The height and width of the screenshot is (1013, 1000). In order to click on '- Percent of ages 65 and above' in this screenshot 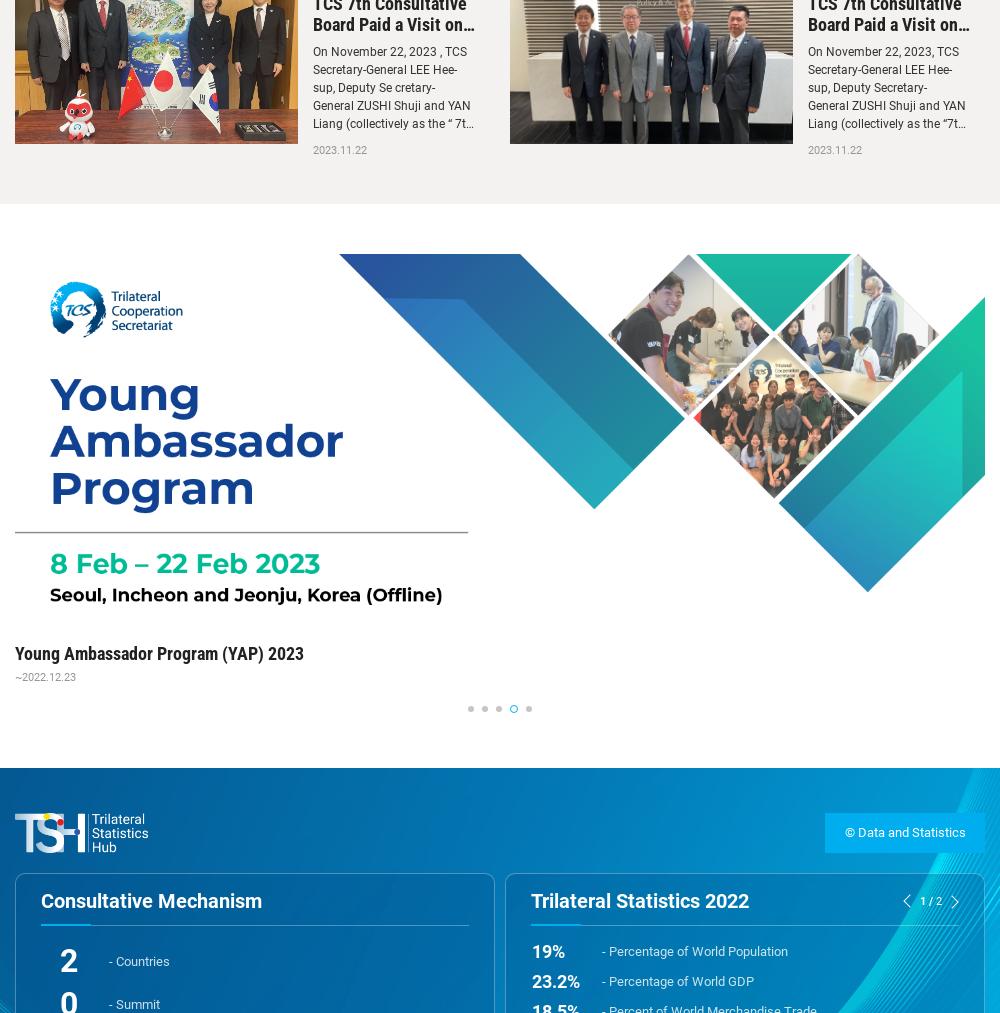, I will do `click(601, 891)`.